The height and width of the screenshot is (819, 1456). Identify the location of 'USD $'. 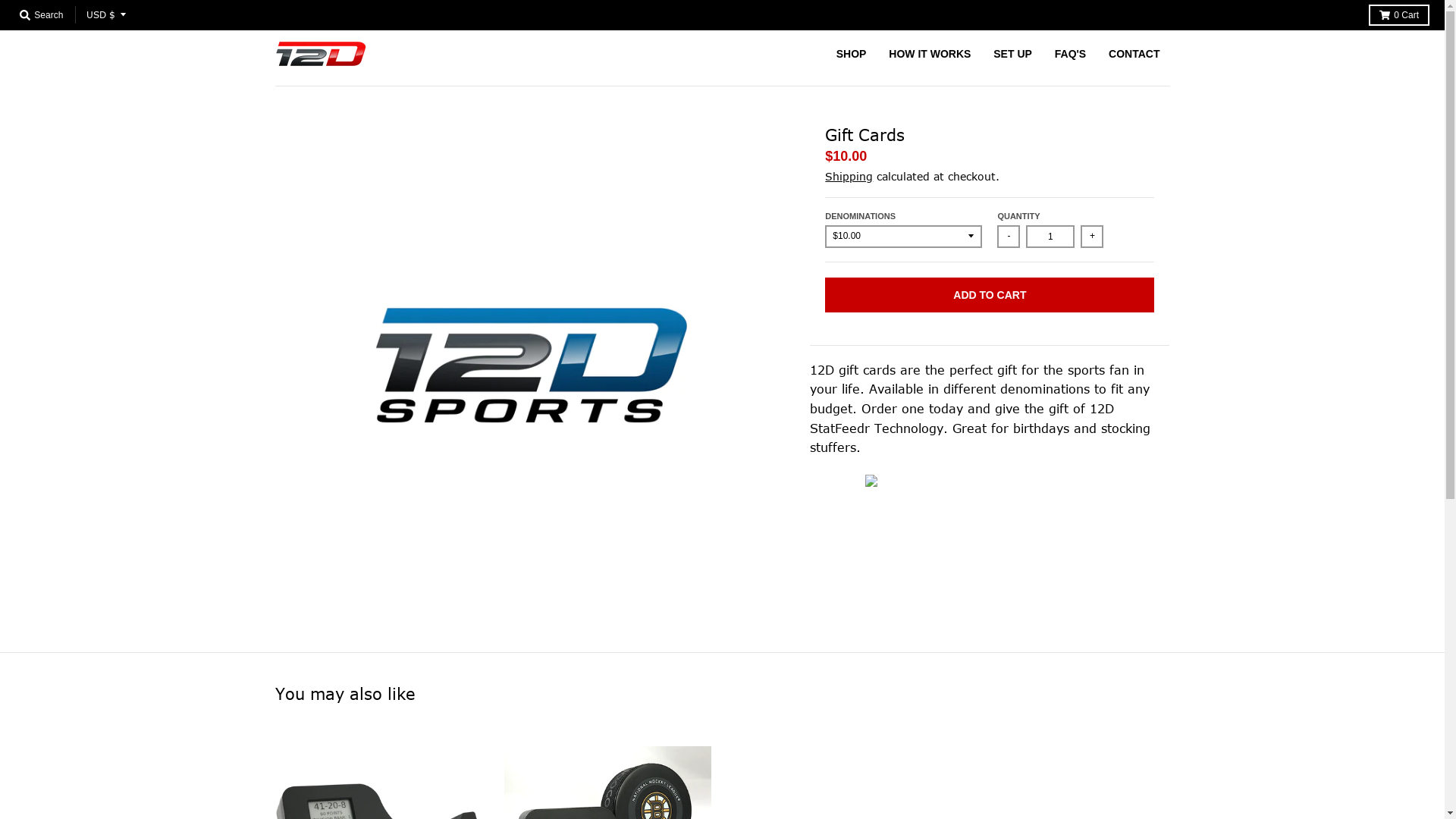
(79, 14).